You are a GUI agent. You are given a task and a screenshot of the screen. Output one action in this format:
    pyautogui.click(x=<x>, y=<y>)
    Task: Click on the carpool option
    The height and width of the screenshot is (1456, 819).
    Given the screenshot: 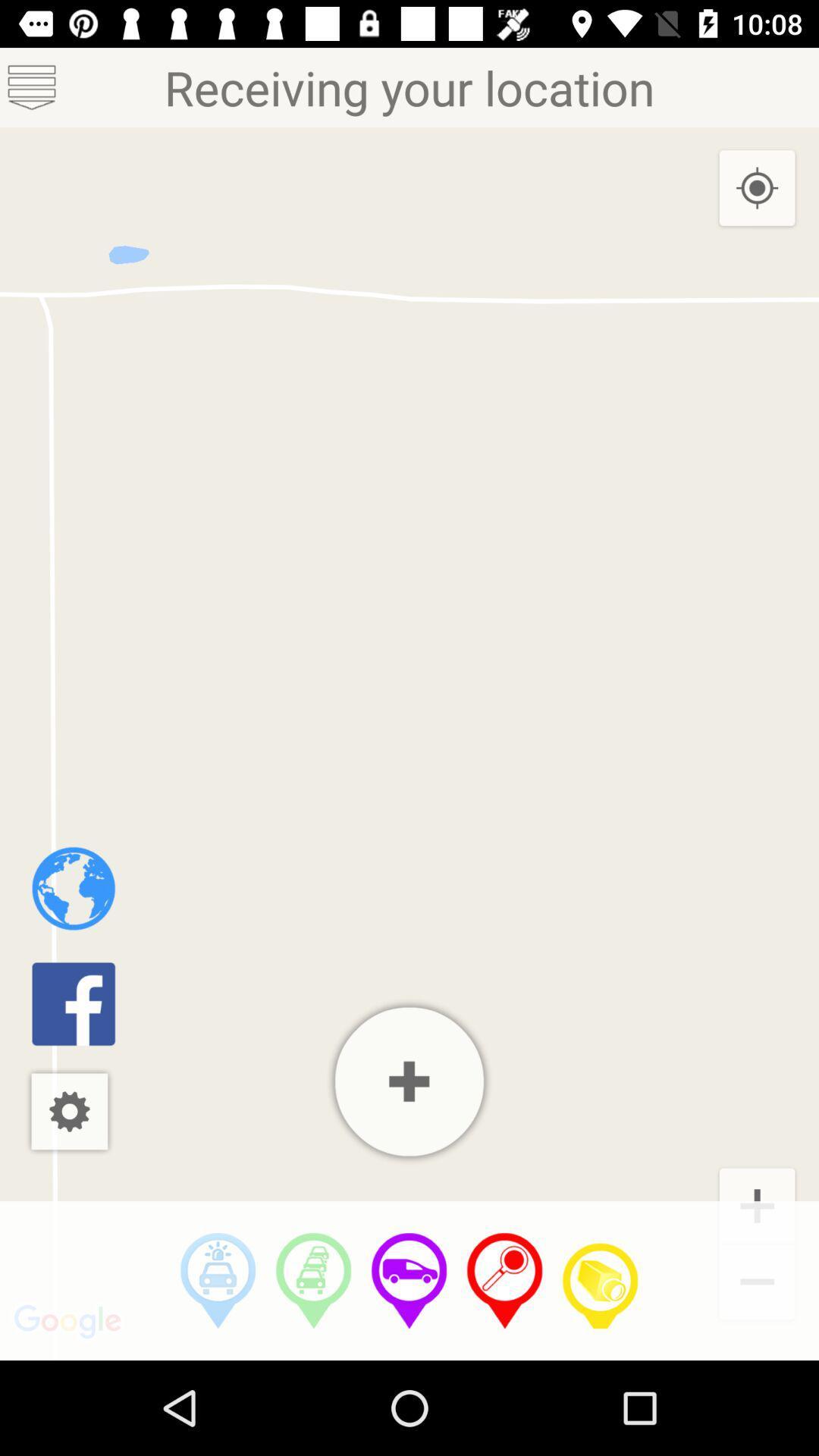 What is the action you would take?
    pyautogui.click(x=312, y=1280)
    